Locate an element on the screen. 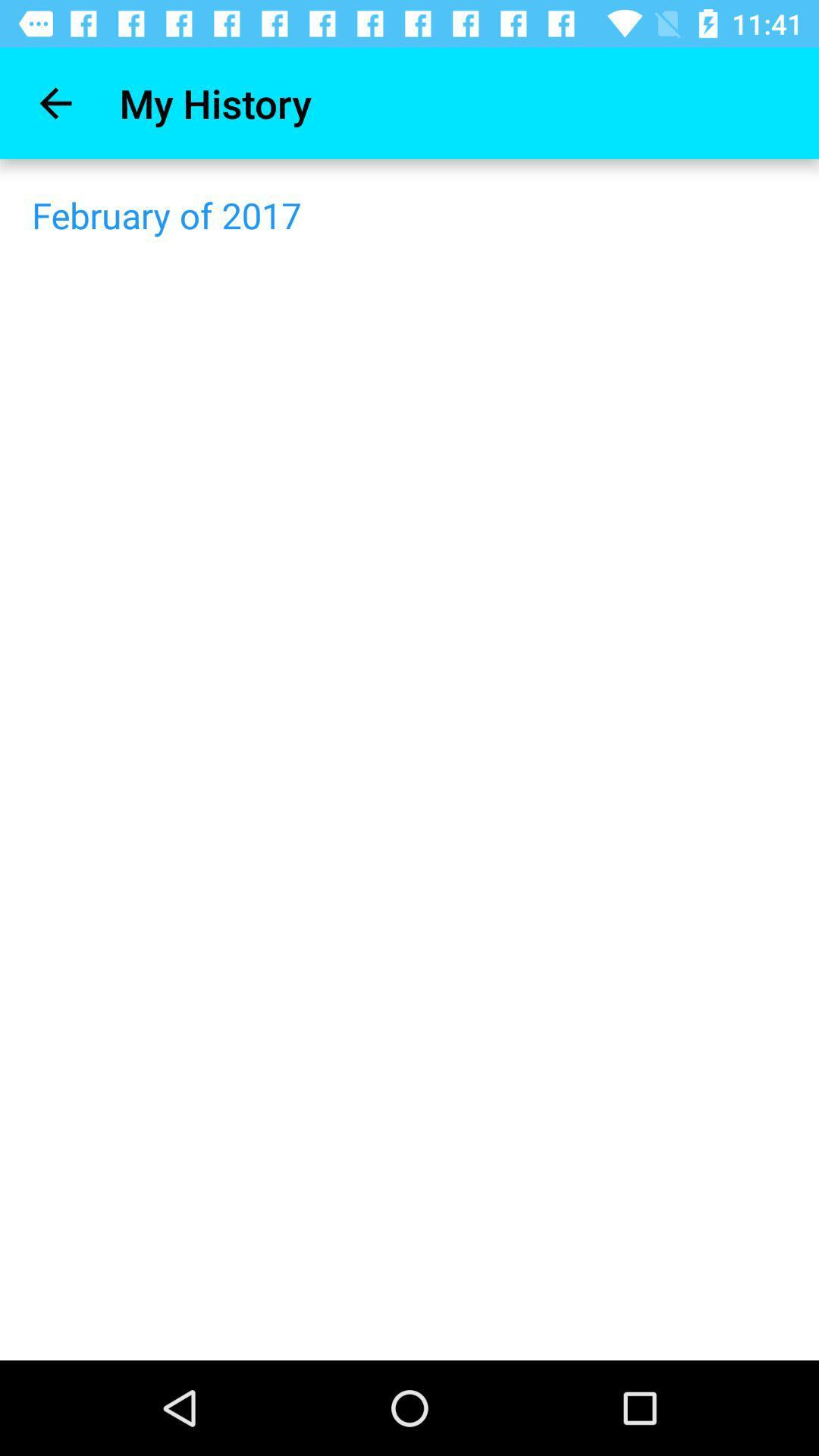 The image size is (819, 1456). february of 2017 item is located at coordinates (166, 214).